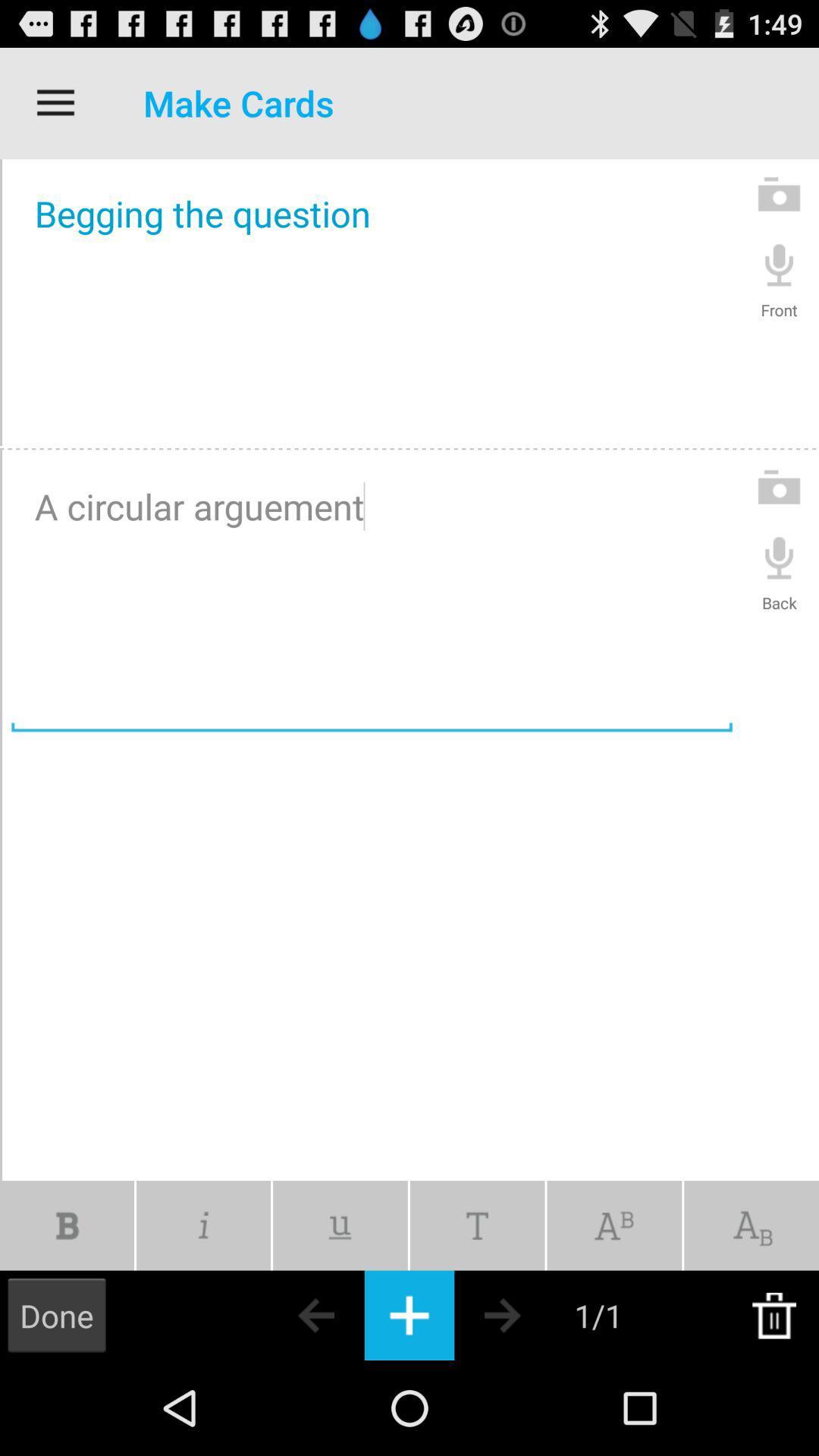 Image resolution: width=819 pixels, height=1456 pixels. What do you see at coordinates (529, 1314) in the screenshot?
I see `next card` at bounding box center [529, 1314].